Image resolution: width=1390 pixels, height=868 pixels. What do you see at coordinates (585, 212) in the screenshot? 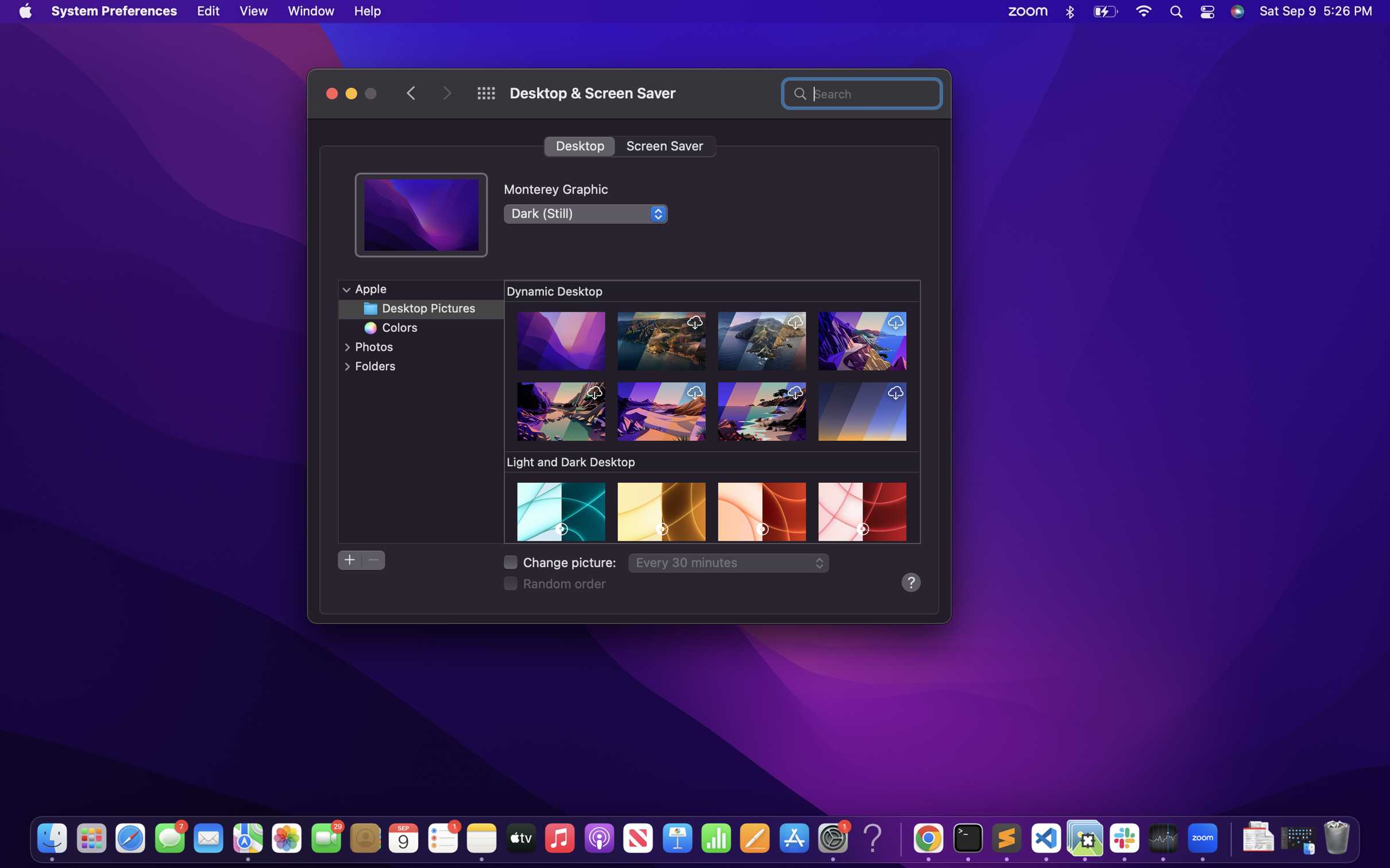
I see `Alter the current color theme to the light option` at bounding box center [585, 212].